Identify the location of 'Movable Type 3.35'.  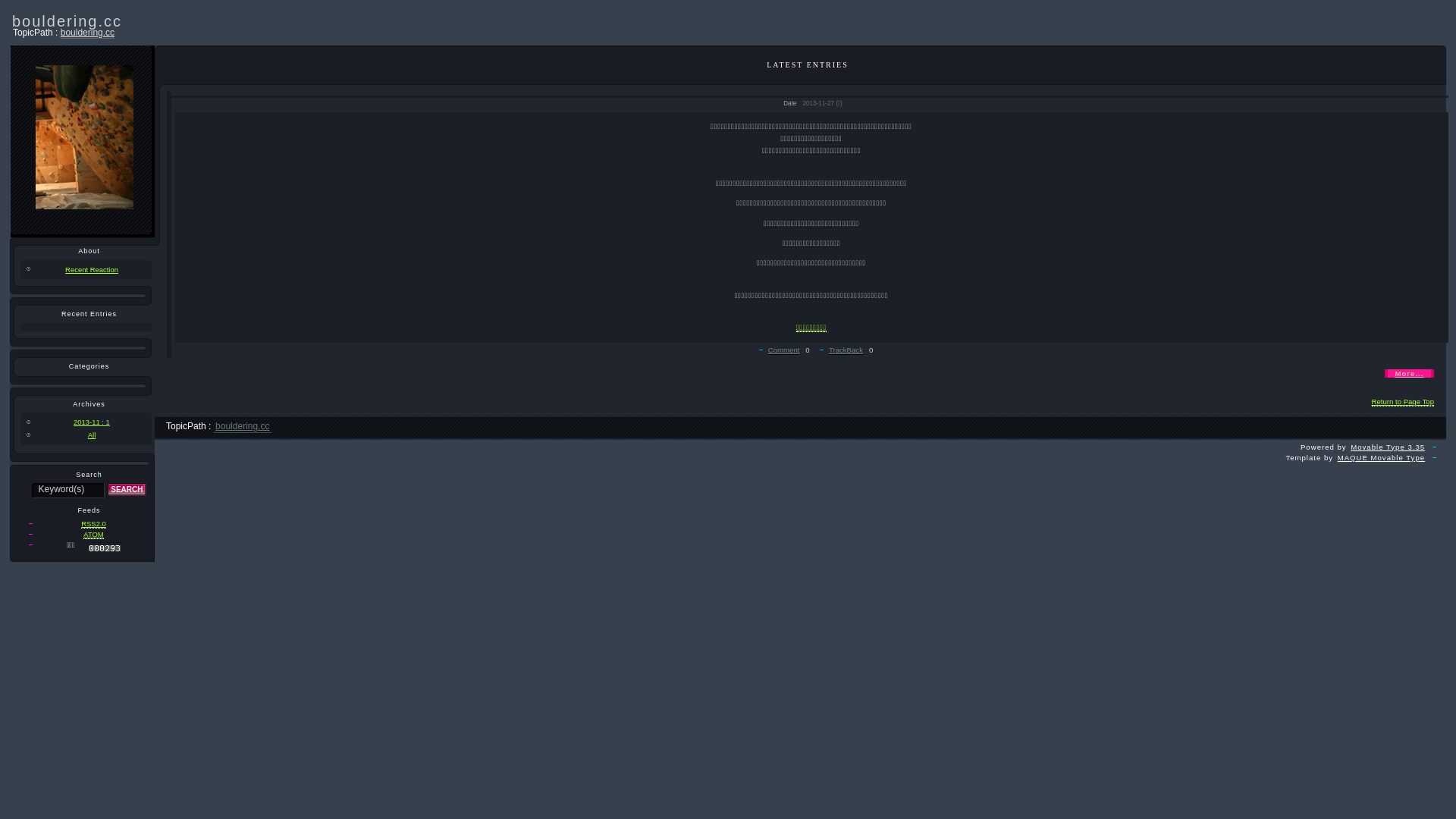
(1387, 447).